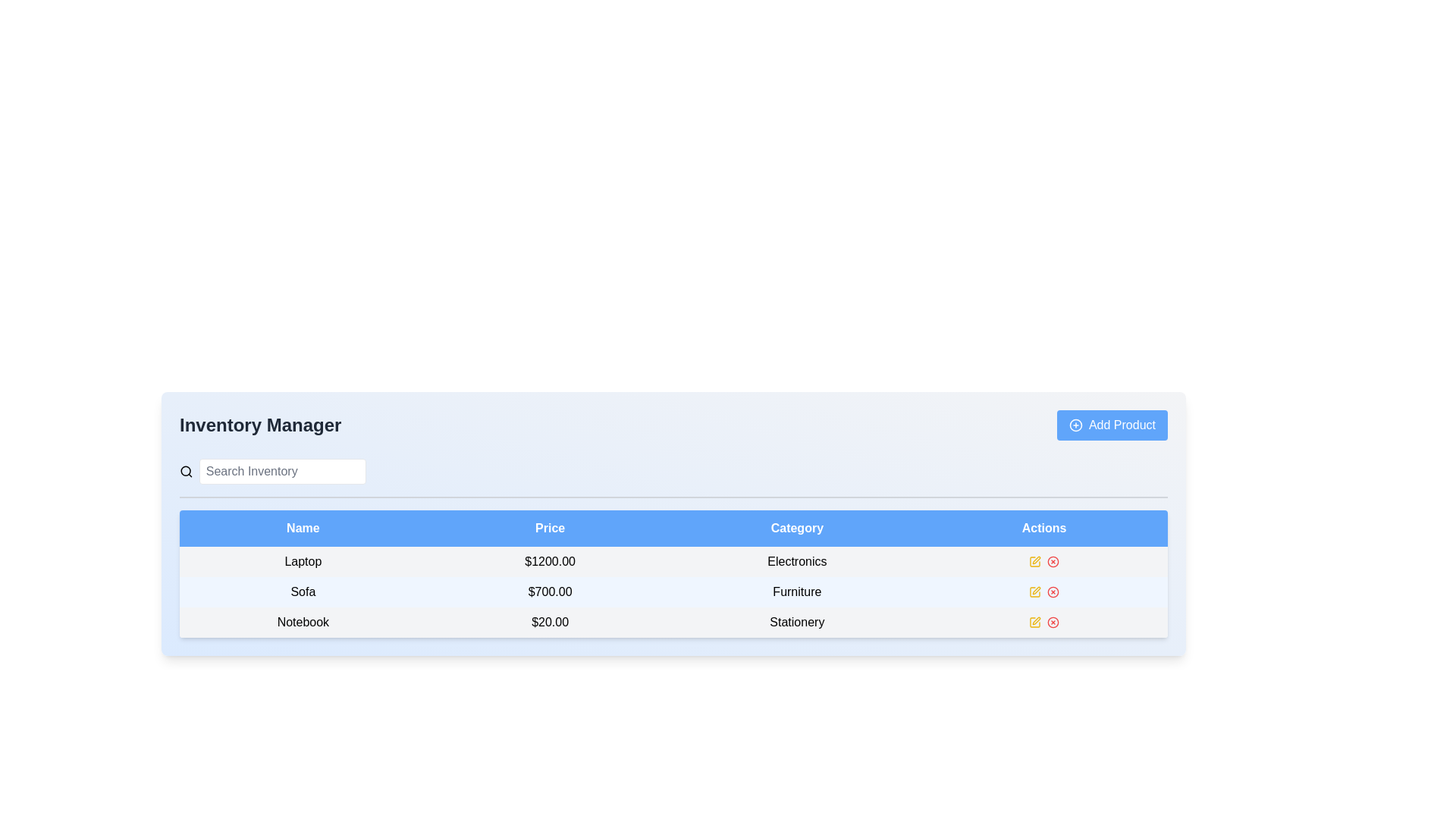 This screenshot has height=819, width=1456. I want to click on the Icon group element in the 'Actions' column of the last row for the 'Stationery' item, so click(1043, 623).